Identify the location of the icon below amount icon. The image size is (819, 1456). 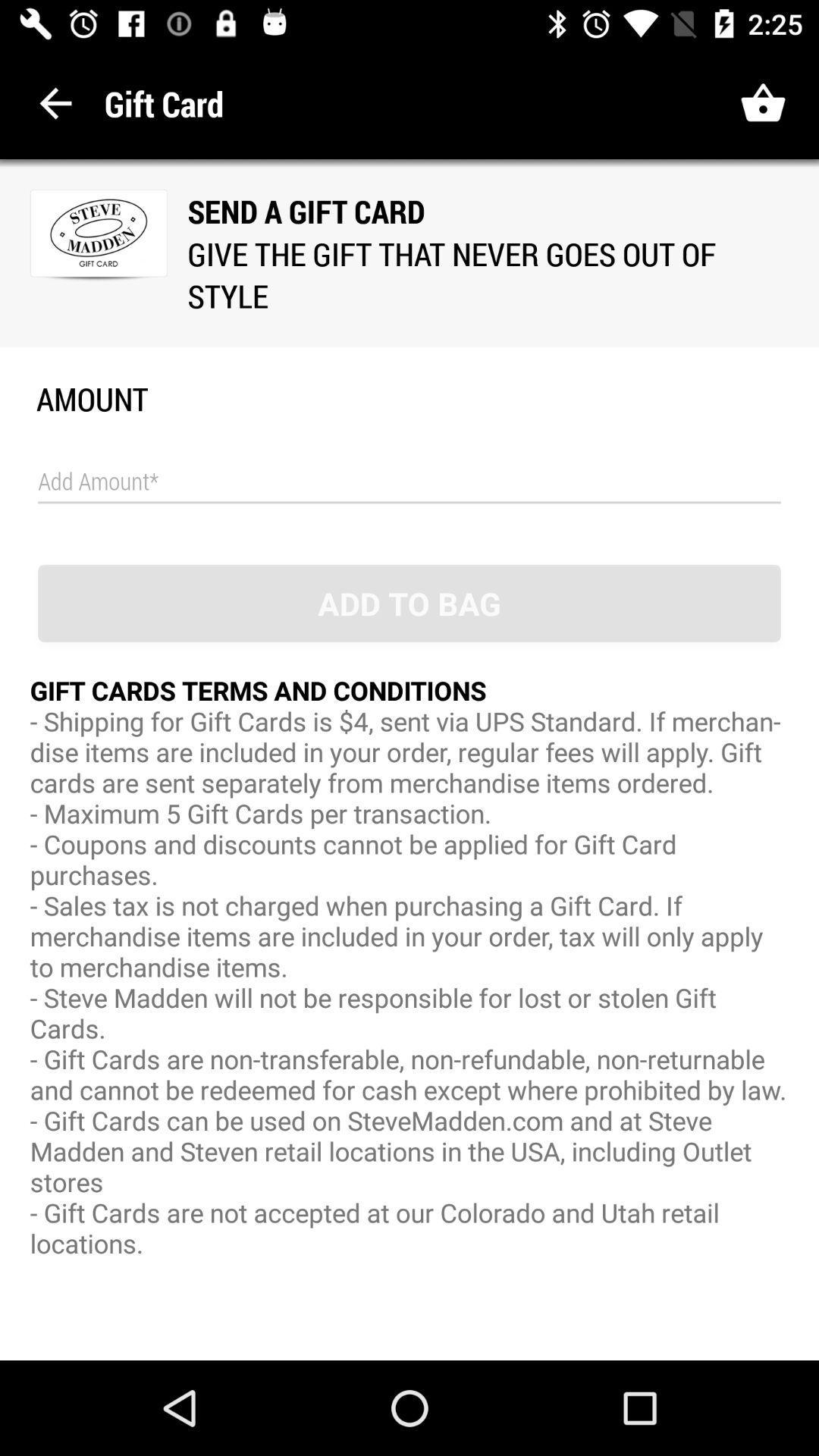
(409, 482).